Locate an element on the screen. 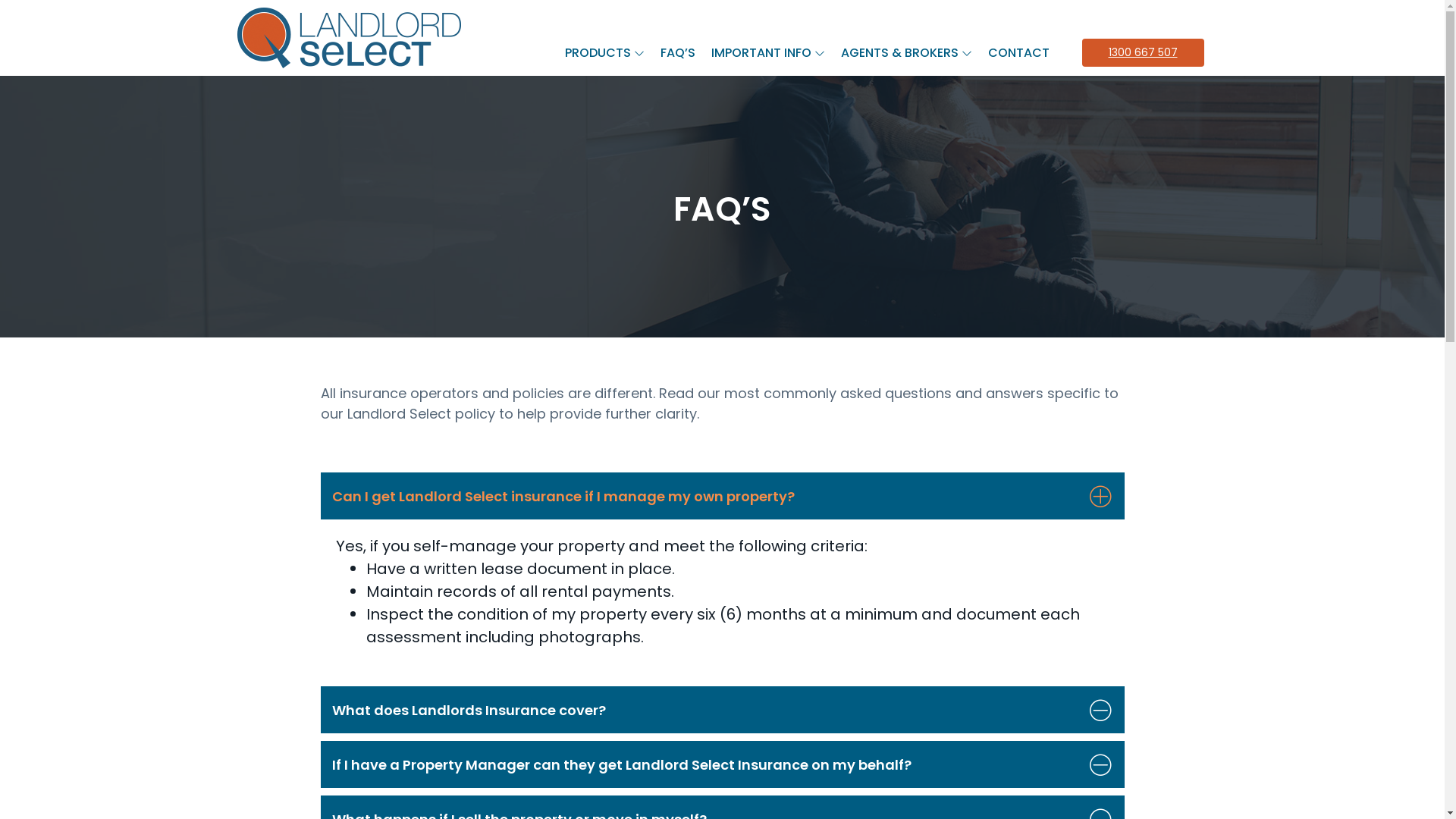  'AGENTS & BROKERS' is located at coordinates (833, 52).